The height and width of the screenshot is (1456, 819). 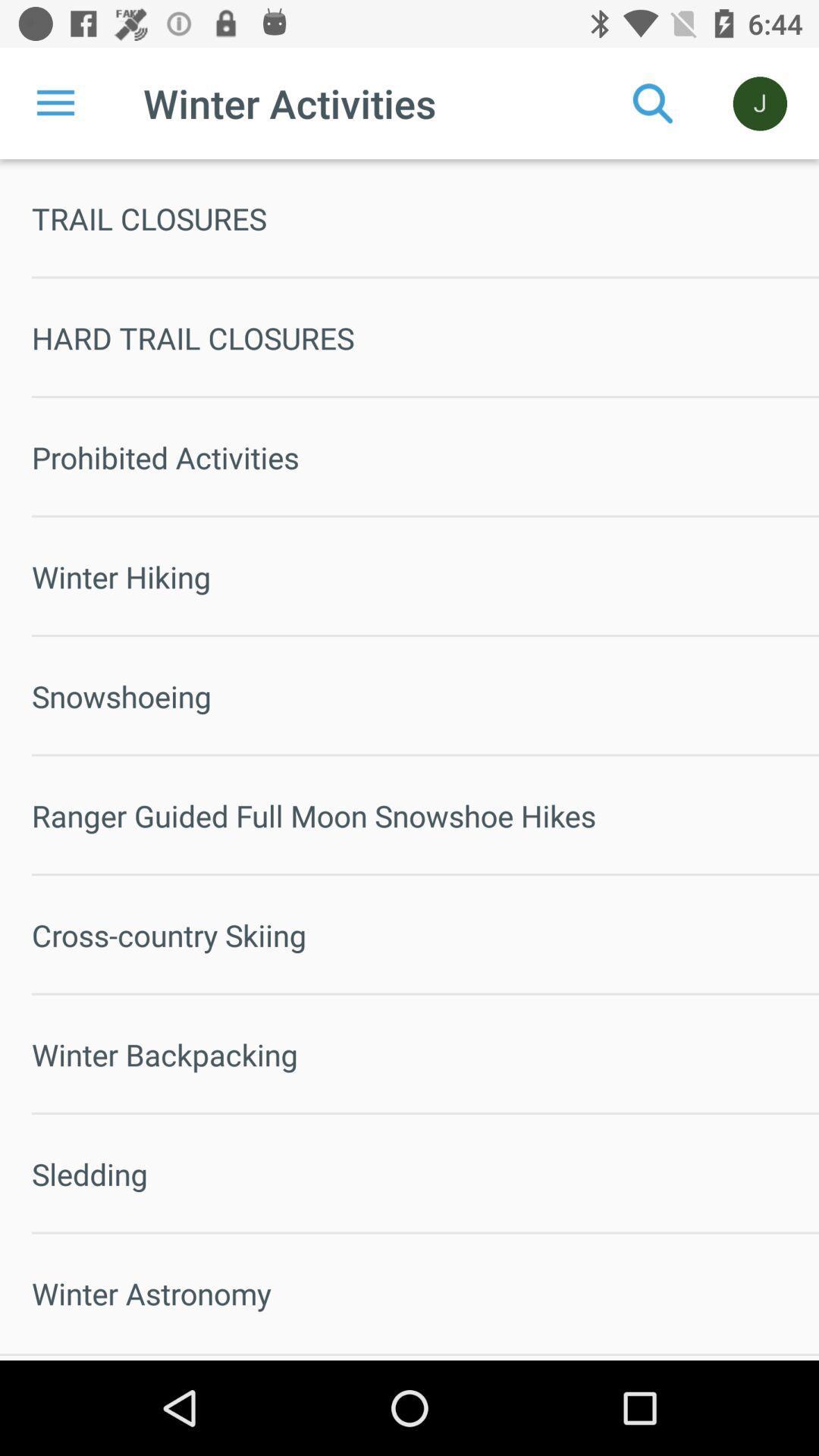 What do you see at coordinates (425, 695) in the screenshot?
I see `snowshoeing` at bounding box center [425, 695].